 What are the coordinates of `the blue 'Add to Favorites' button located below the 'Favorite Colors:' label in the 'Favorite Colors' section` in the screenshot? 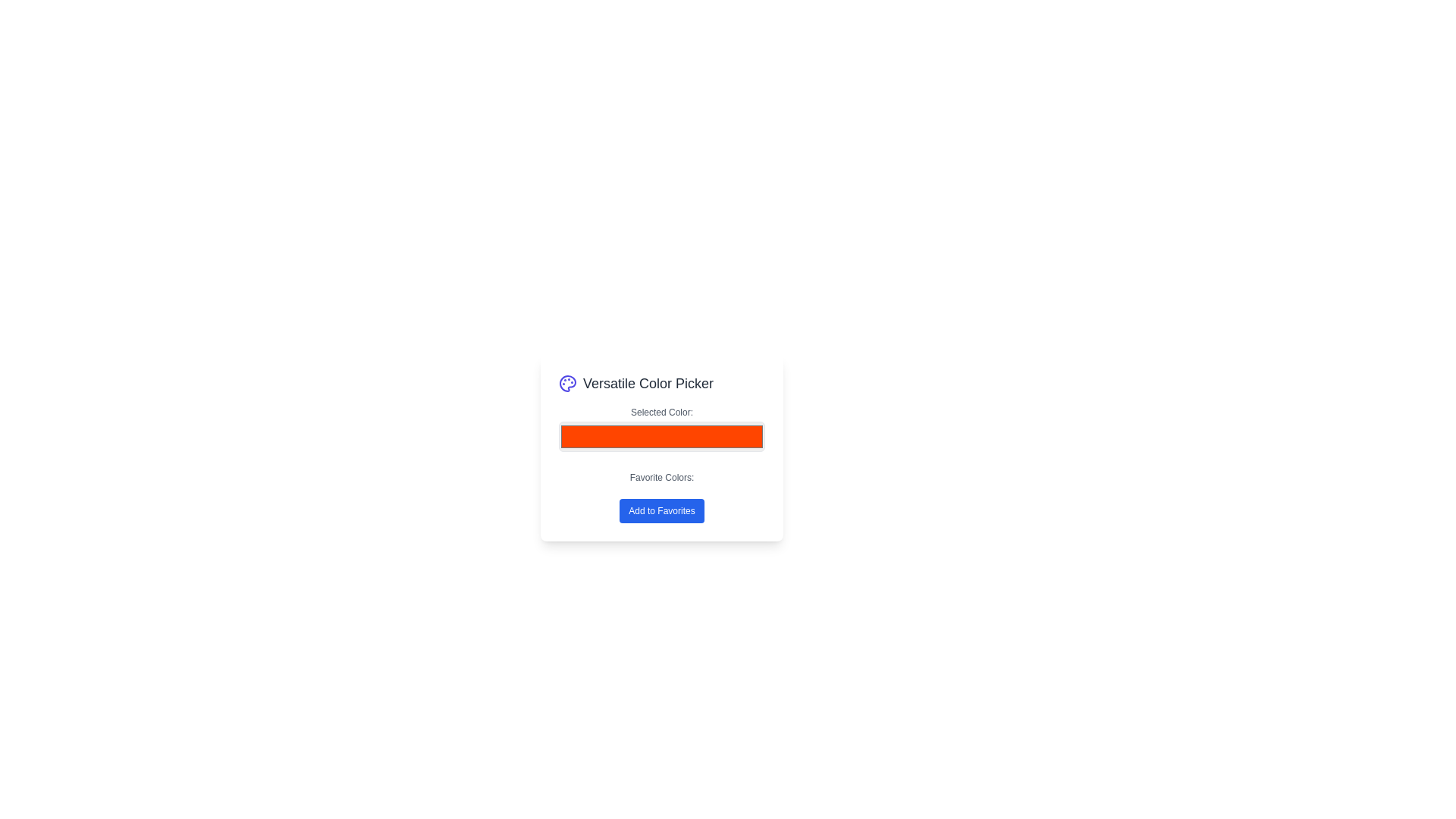 It's located at (662, 497).